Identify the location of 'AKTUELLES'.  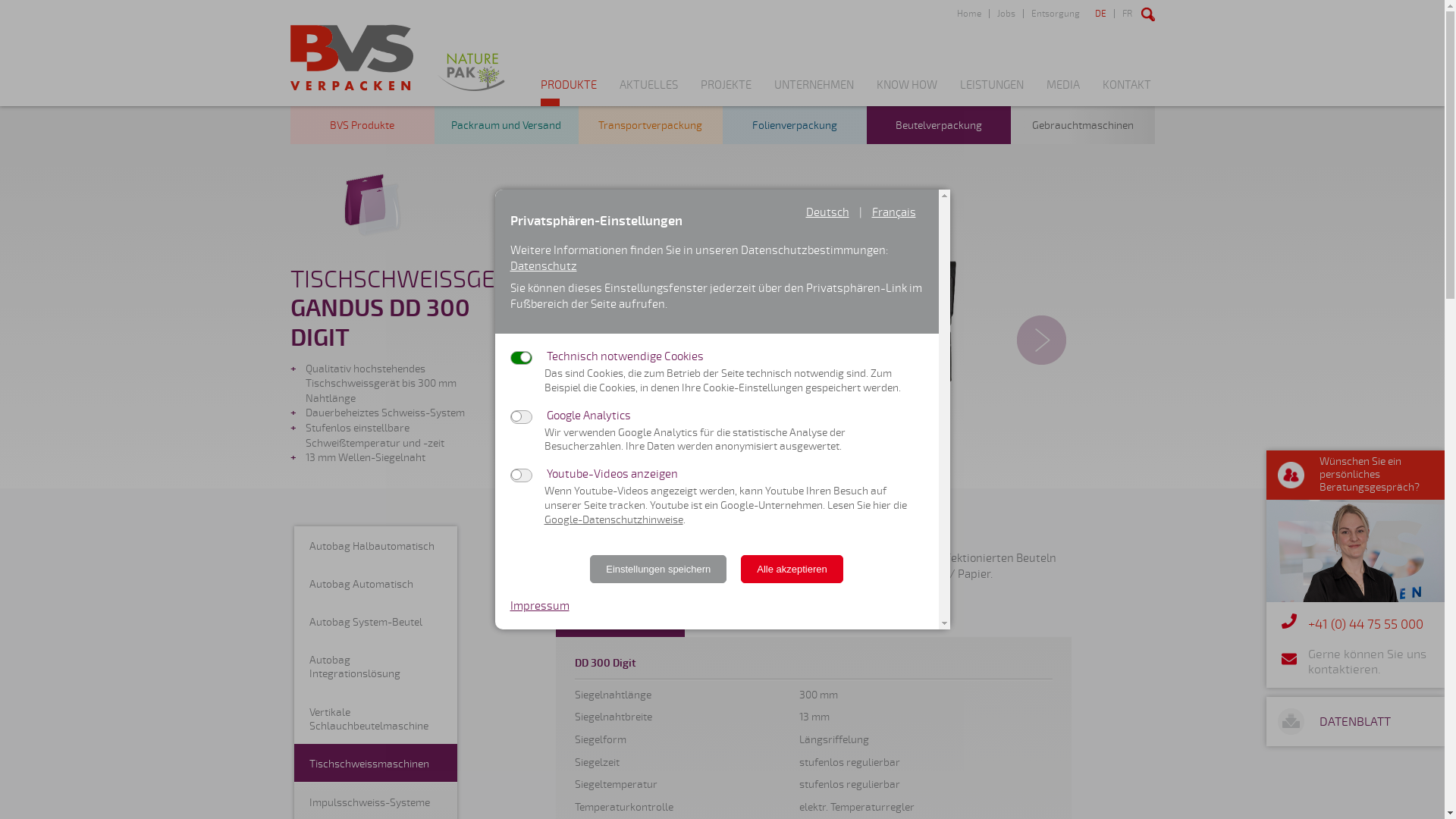
(619, 93).